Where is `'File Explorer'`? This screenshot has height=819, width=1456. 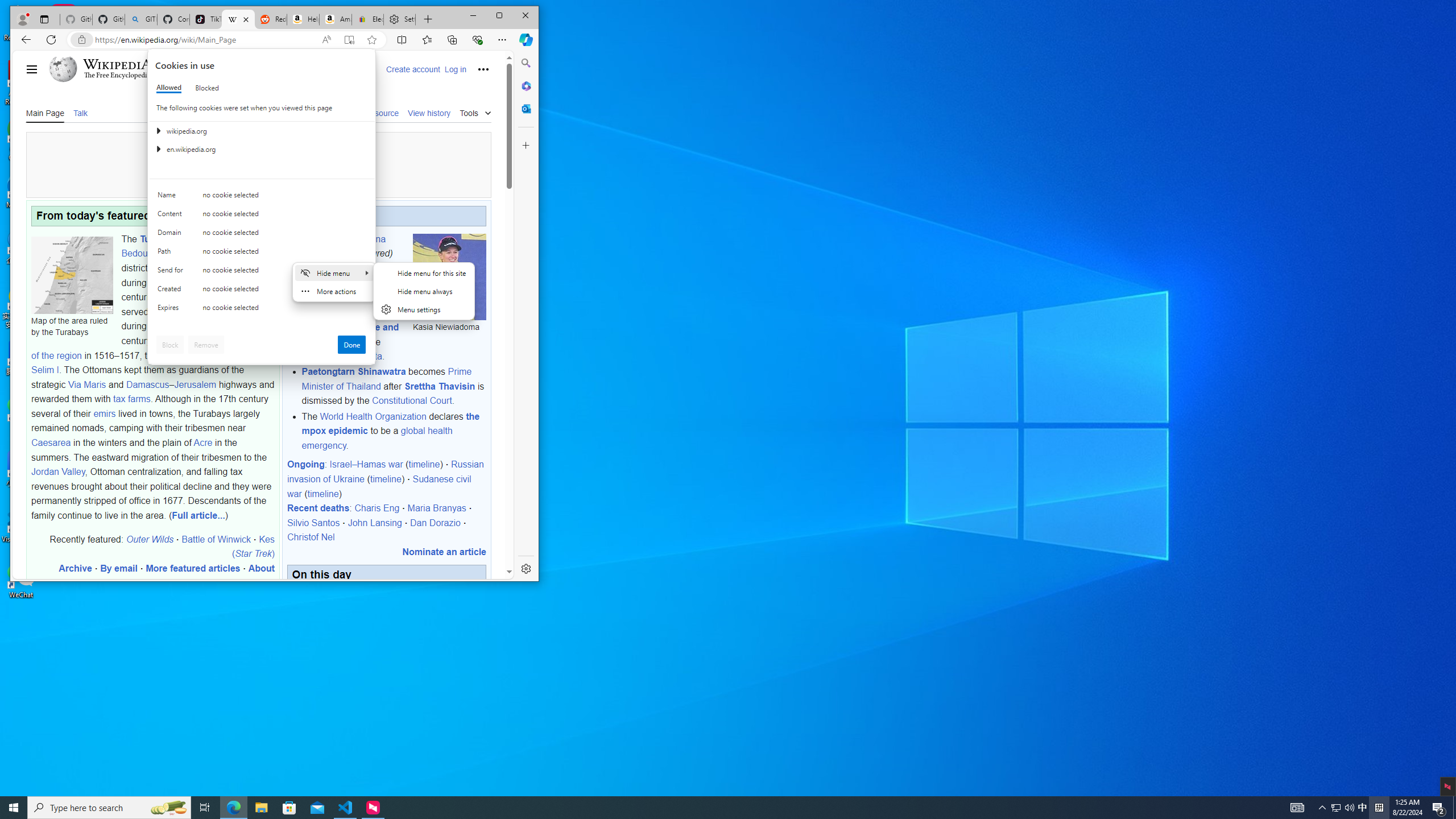 'File Explorer' is located at coordinates (260, 806).